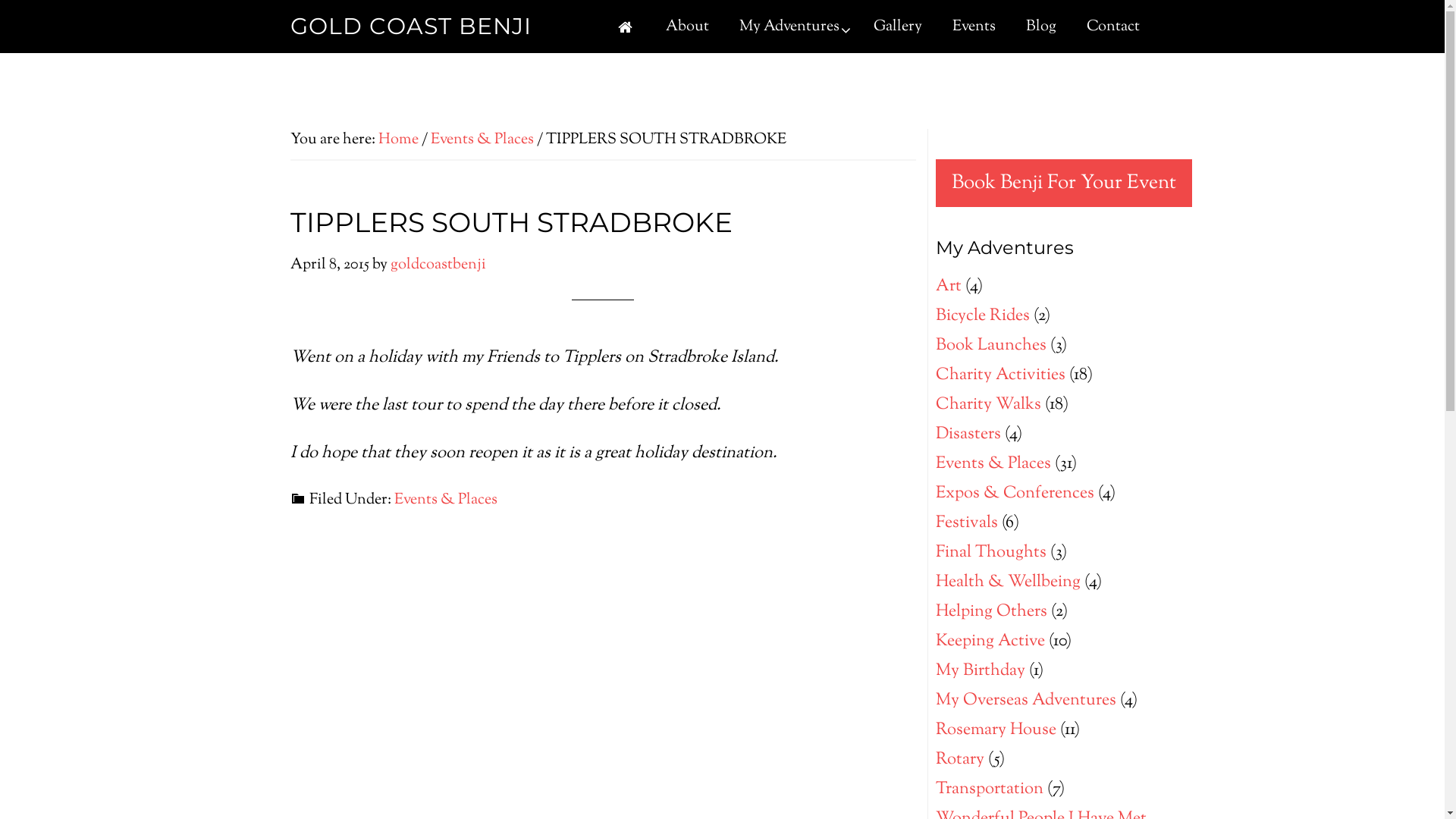 The height and width of the screenshot is (819, 1456). What do you see at coordinates (651, 27) in the screenshot?
I see `'About'` at bounding box center [651, 27].